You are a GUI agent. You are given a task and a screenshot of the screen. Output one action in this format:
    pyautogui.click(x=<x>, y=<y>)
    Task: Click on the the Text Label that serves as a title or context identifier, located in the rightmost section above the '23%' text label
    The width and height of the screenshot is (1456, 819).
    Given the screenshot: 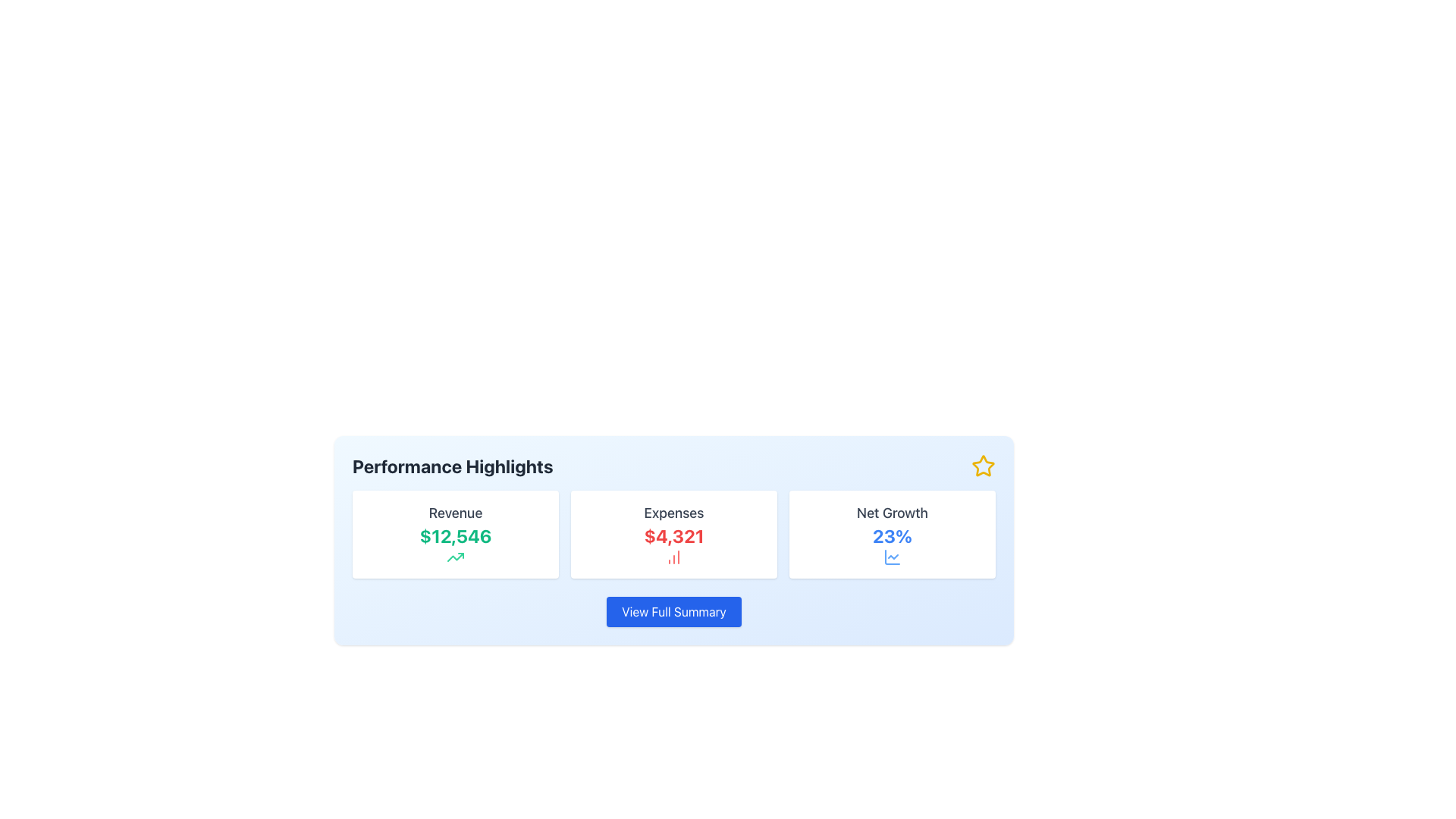 What is the action you would take?
    pyautogui.click(x=892, y=513)
    